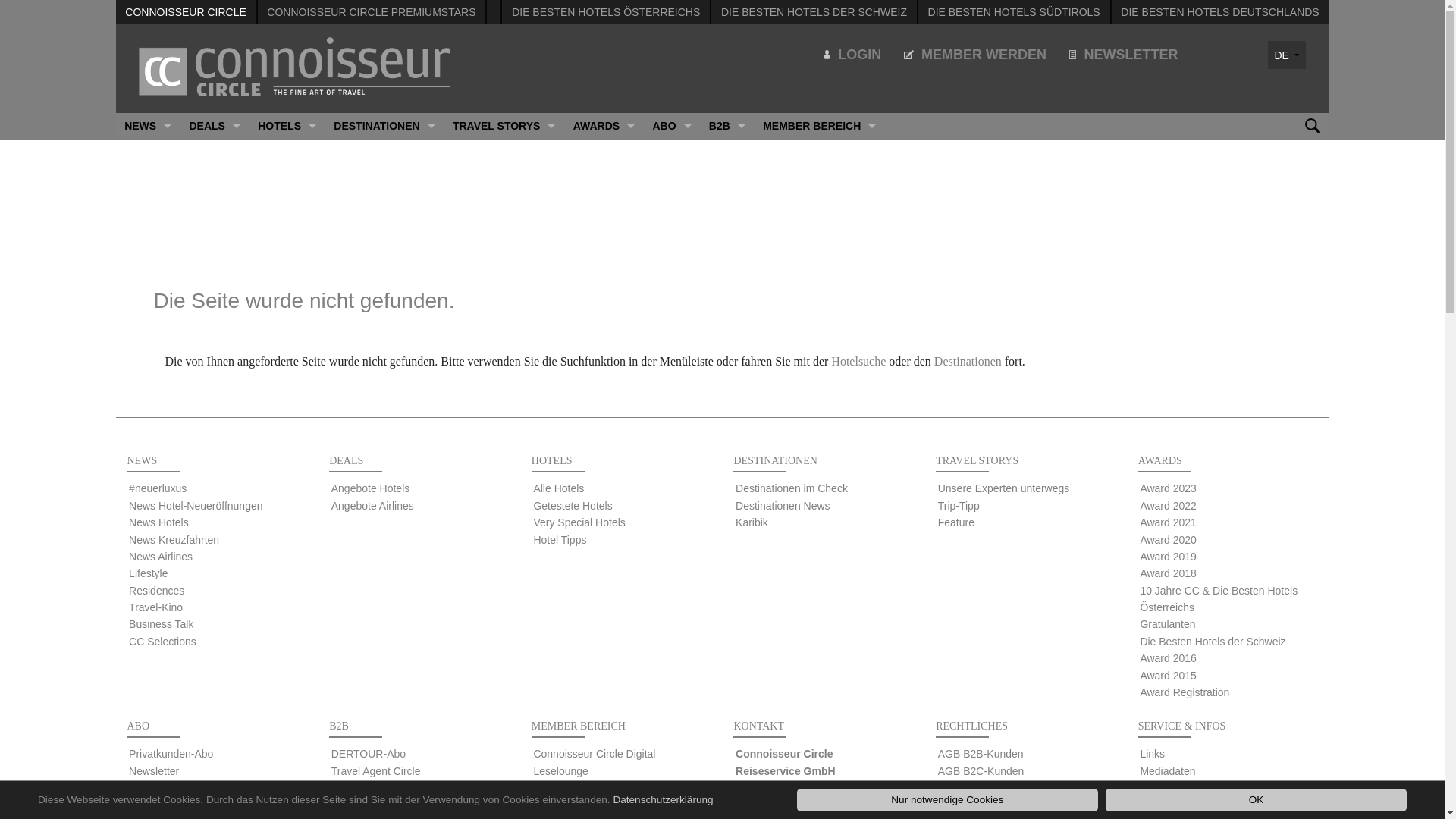 This screenshot has width=1456, height=819. What do you see at coordinates (858, 361) in the screenshot?
I see `'Hotelsuche'` at bounding box center [858, 361].